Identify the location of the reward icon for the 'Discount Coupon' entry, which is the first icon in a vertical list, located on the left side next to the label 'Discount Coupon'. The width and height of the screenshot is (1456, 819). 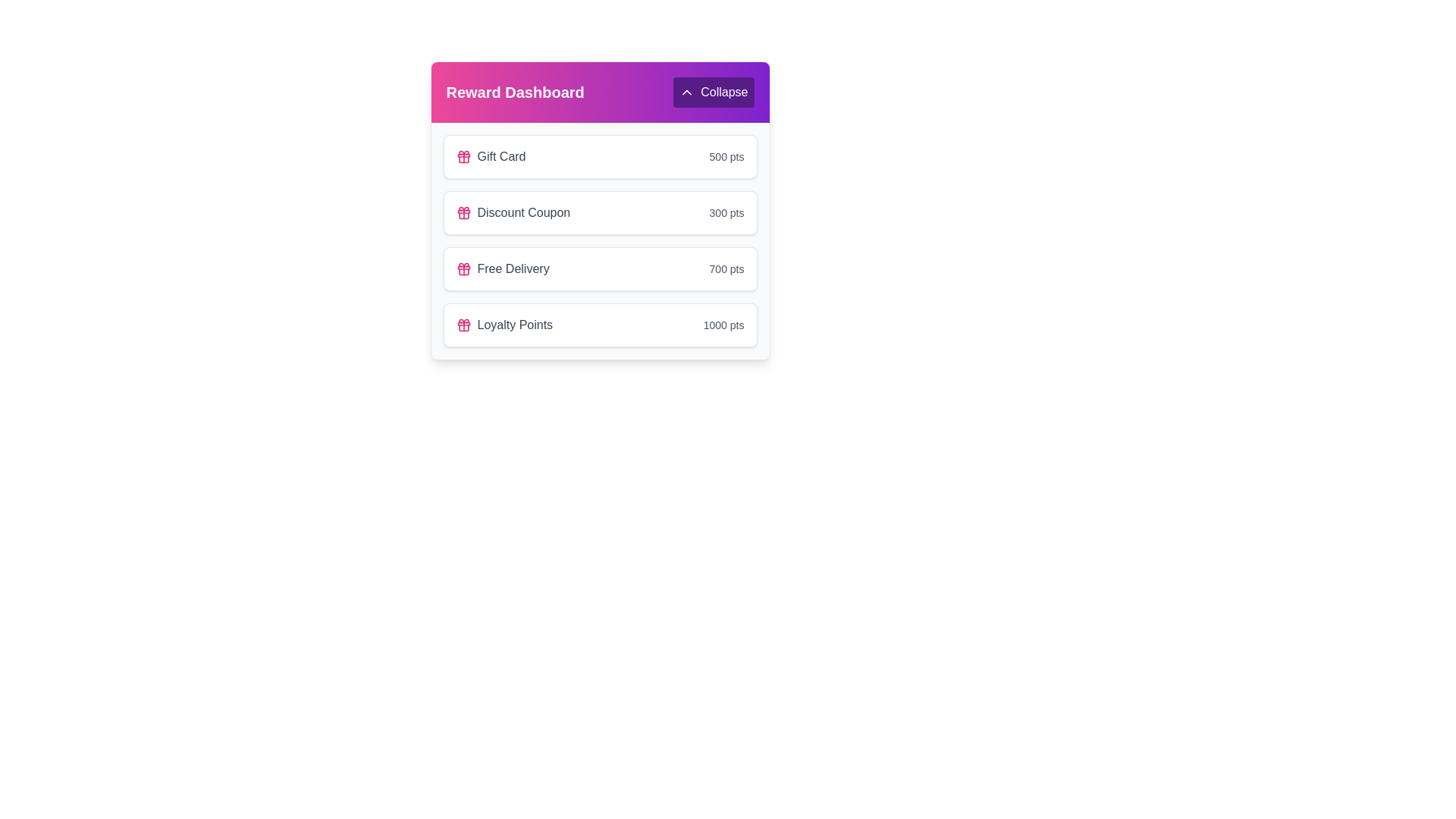
(463, 213).